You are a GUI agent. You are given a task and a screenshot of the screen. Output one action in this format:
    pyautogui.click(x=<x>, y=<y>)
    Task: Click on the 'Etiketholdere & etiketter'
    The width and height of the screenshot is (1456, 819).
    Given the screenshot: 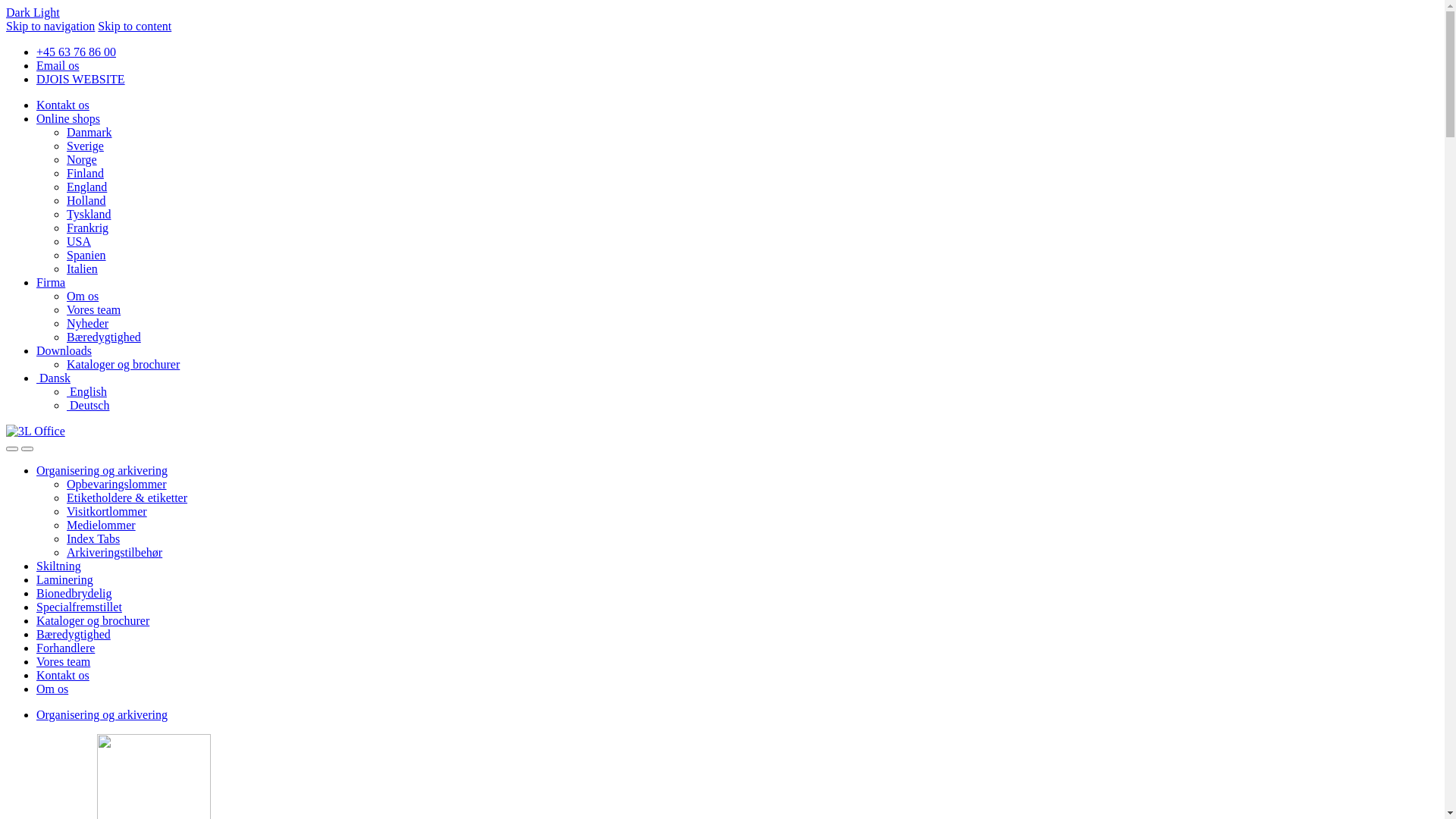 What is the action you would take?
    pyautogui.click(x=127, y=497)
    